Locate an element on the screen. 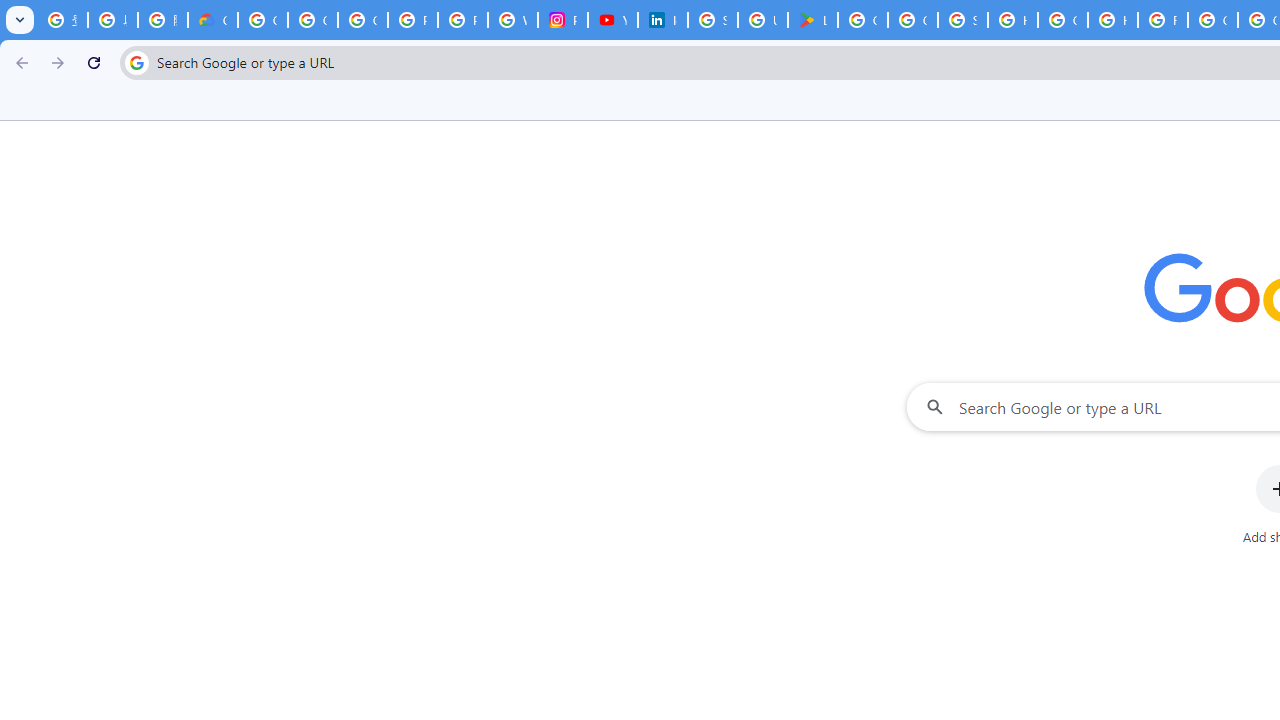 This screenshot has width=1280, height=720. 'Sign in - Google Accounts' is located at coordinates (712, 20).